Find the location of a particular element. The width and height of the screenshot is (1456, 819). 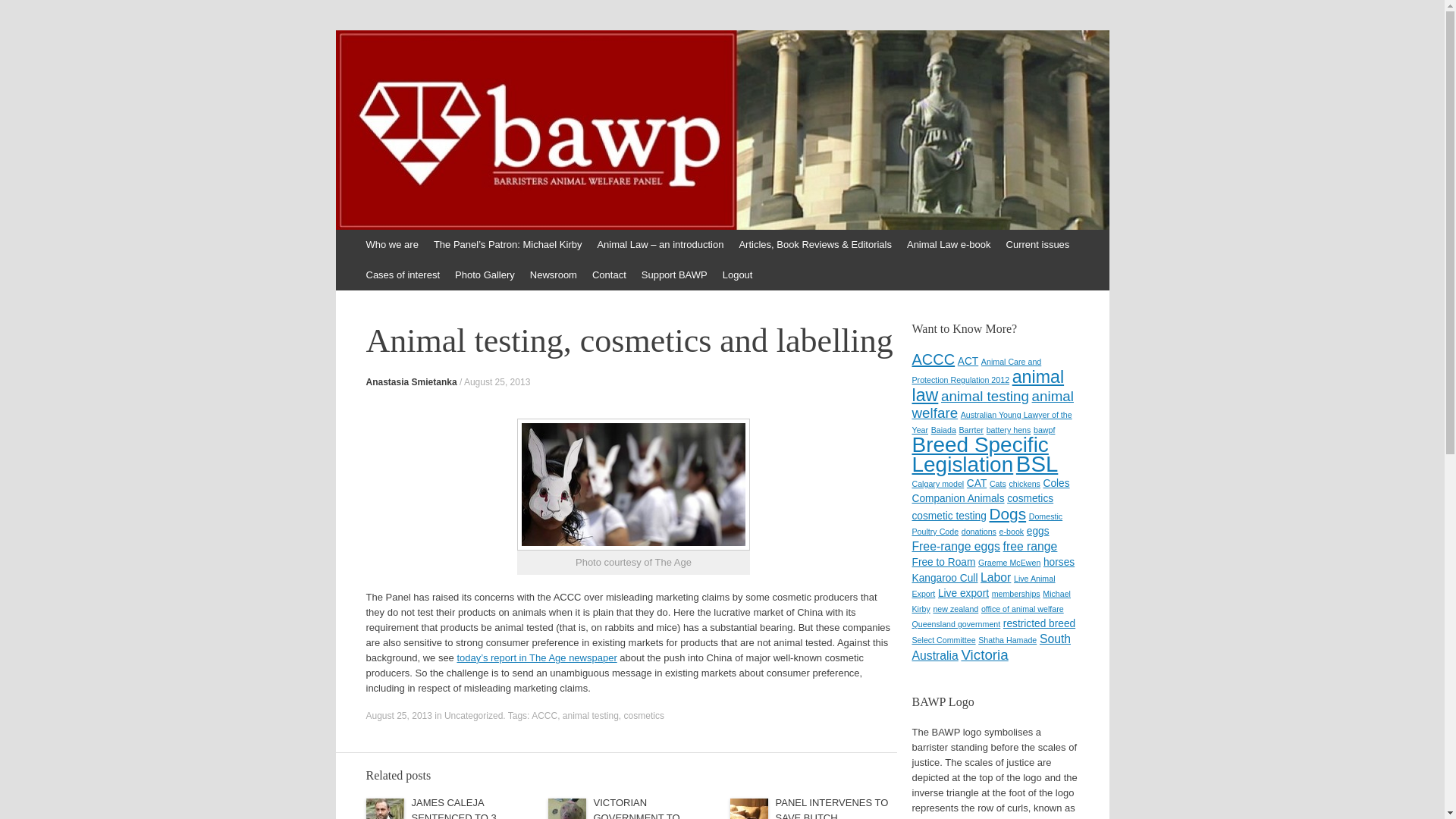

'Labor' is located at coordinates (996, 577).